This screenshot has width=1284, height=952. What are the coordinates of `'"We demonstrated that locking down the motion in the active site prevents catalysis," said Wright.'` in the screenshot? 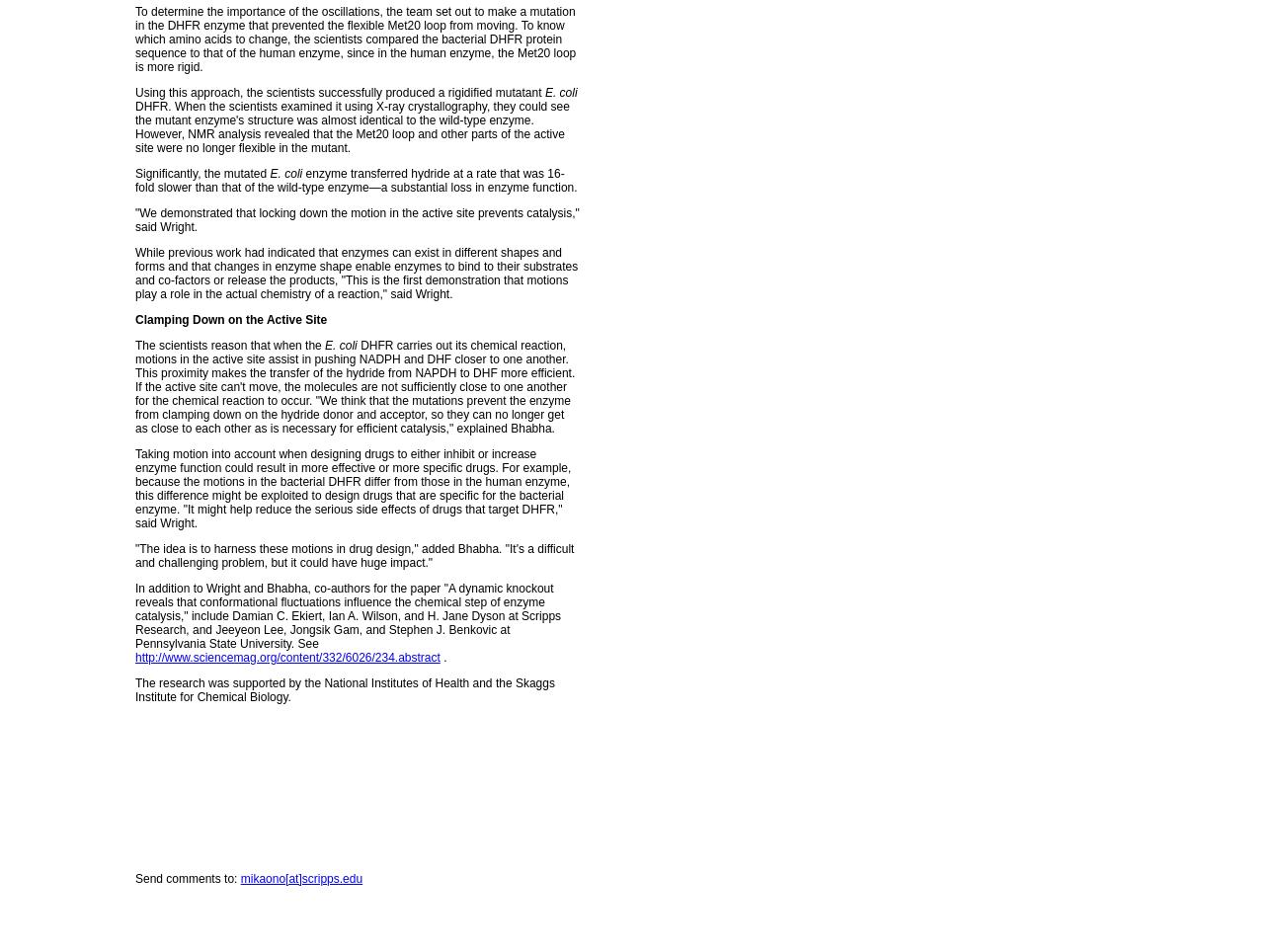 It's located at (356, 219).